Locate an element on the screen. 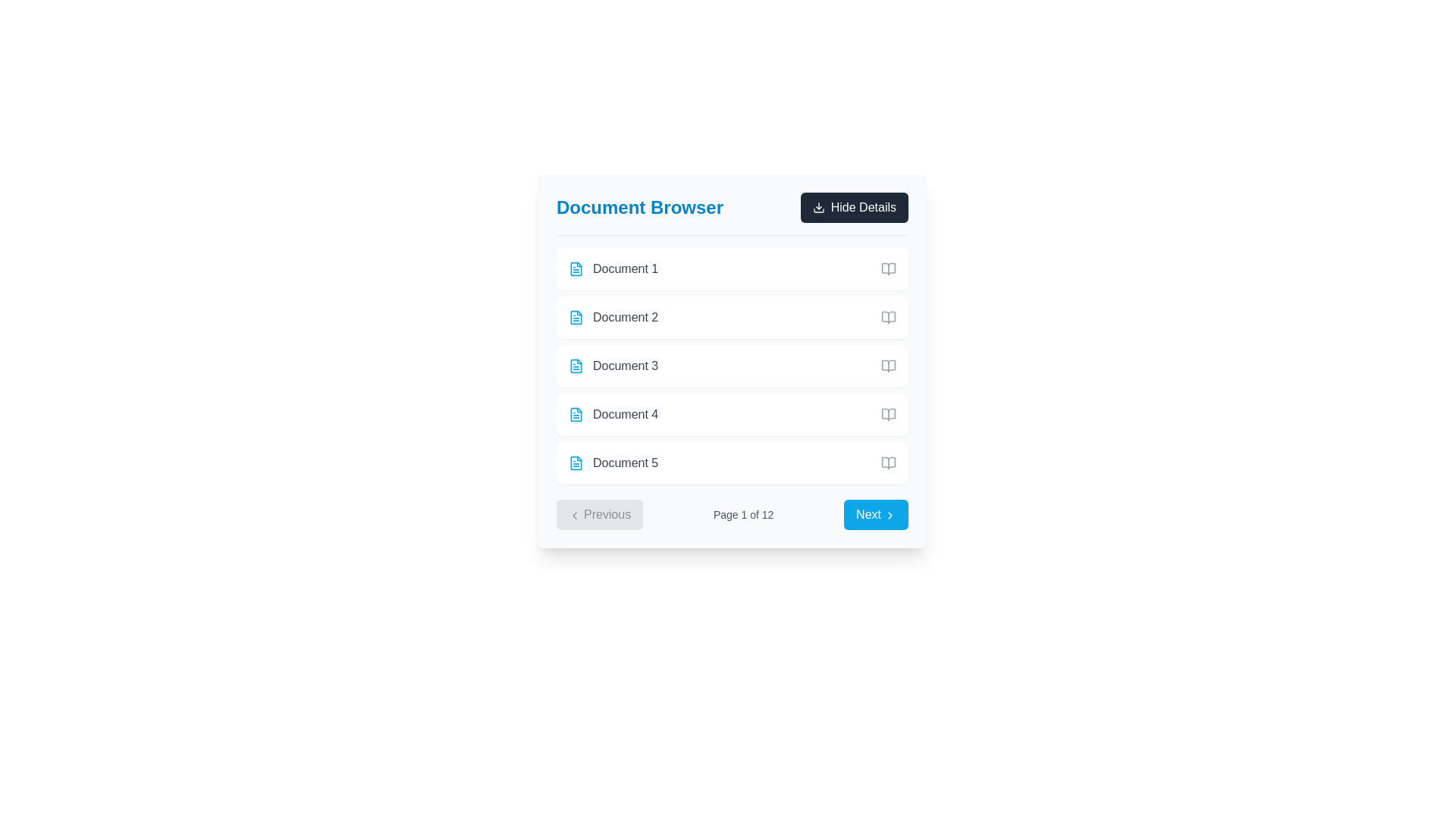 This screenshot has height=819, width=1456. the label for the fourth document in the list, which is part of the 'Document Browser' section is located at coordinates (626, 415).